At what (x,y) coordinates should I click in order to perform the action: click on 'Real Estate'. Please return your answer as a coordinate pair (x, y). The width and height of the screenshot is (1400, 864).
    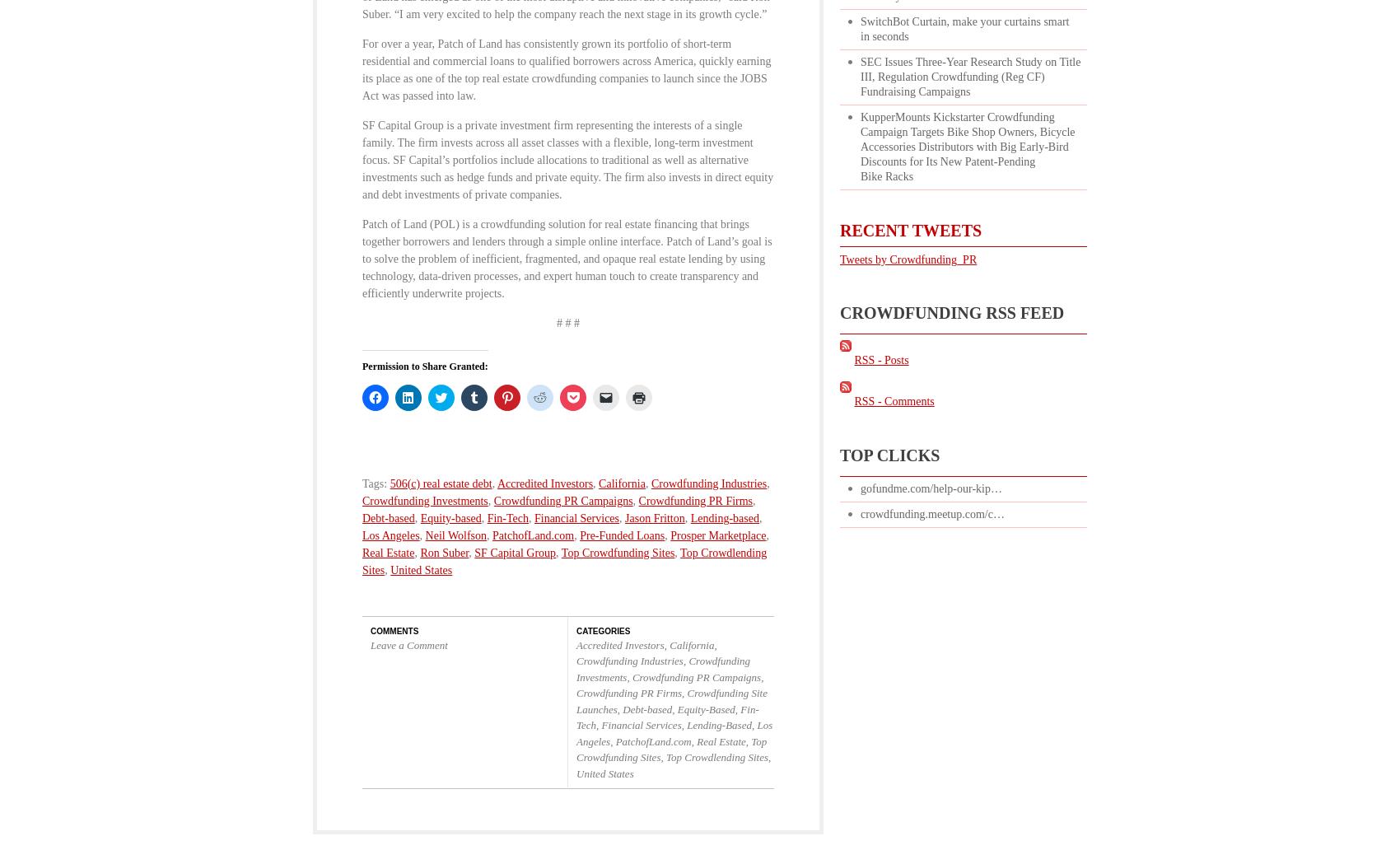
    Looking at the image, I should click on (388, 551).